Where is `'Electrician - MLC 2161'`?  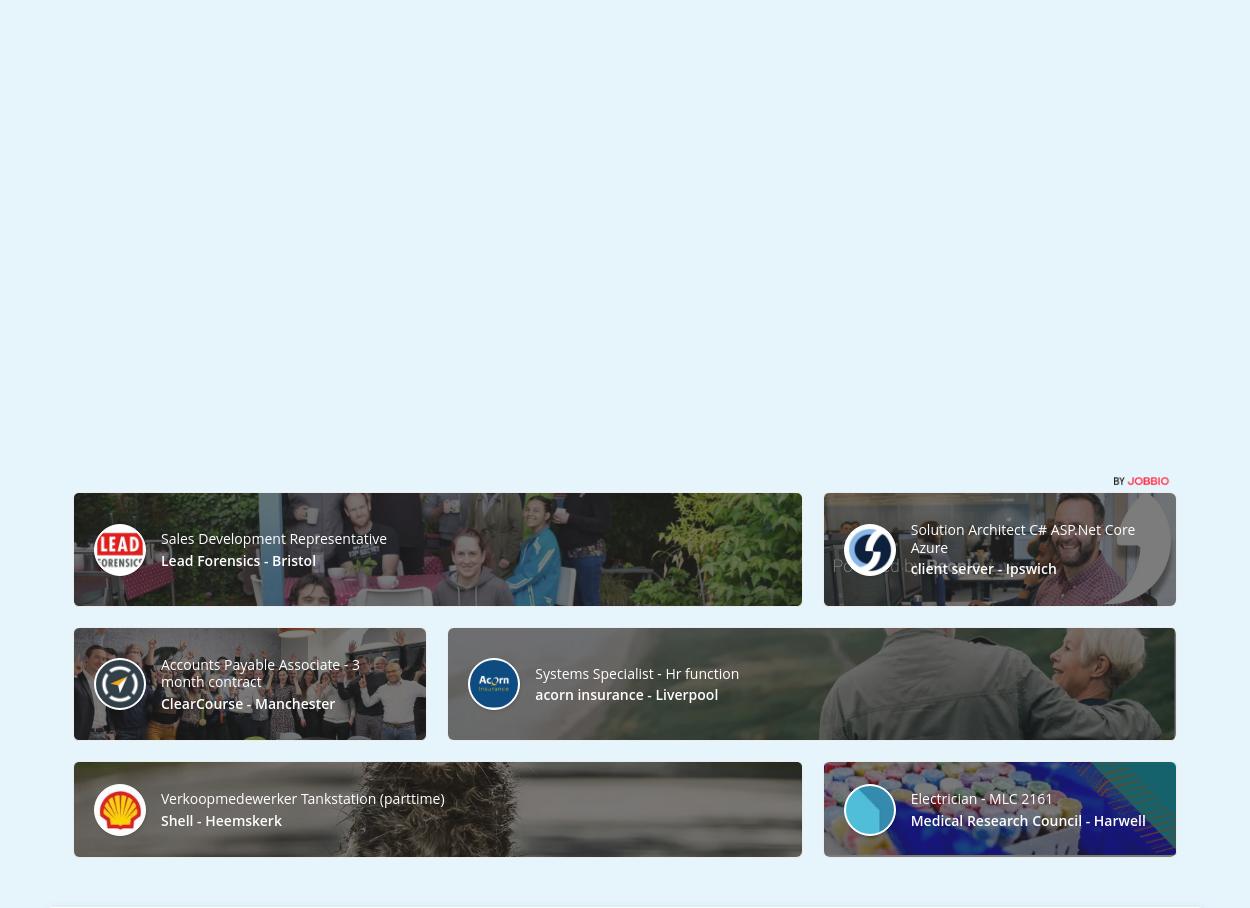 'Electrician - MLC 2161' is located at coordinates (910, 798).